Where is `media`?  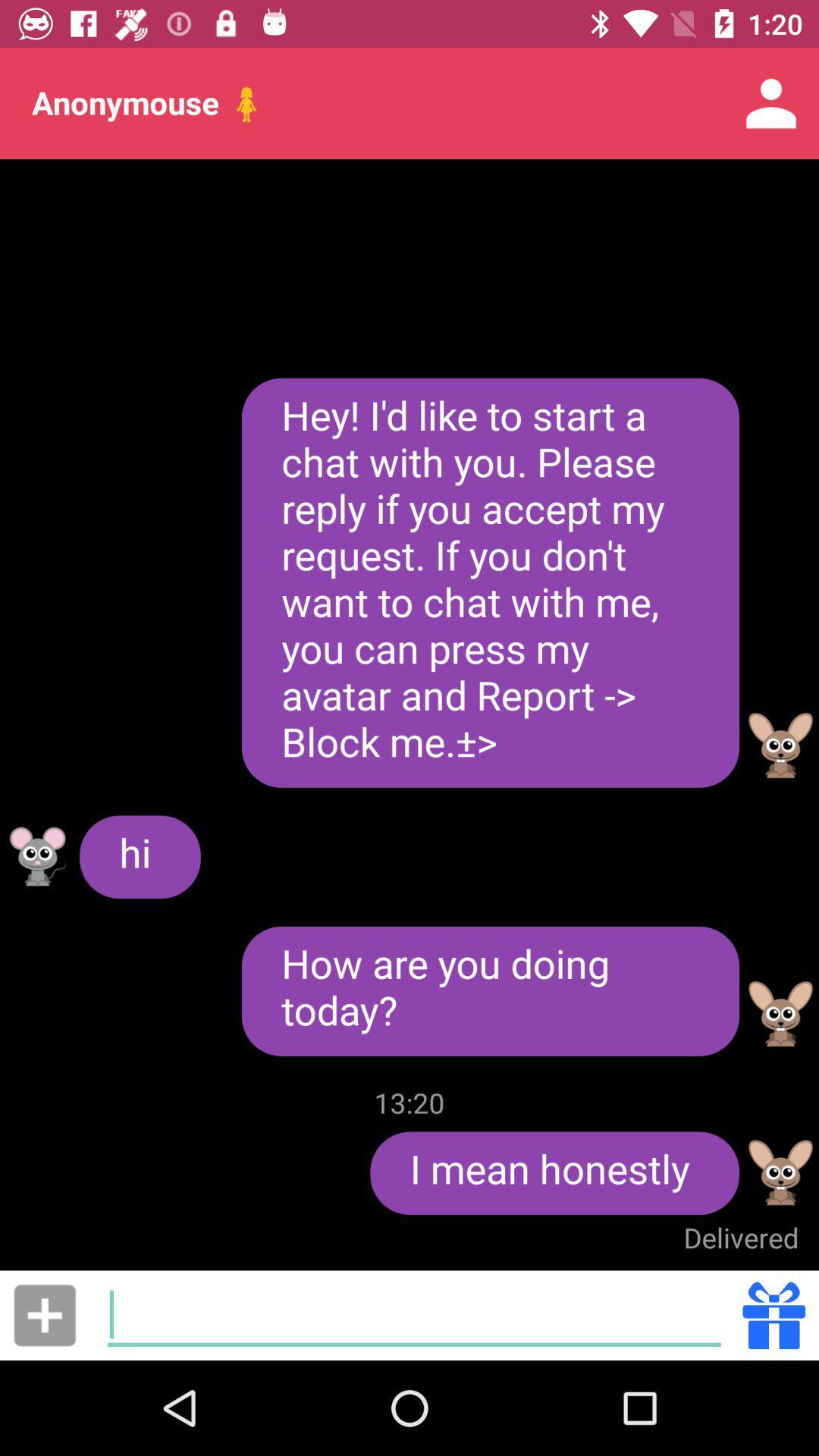
media is located at coordinates (44, 1314).